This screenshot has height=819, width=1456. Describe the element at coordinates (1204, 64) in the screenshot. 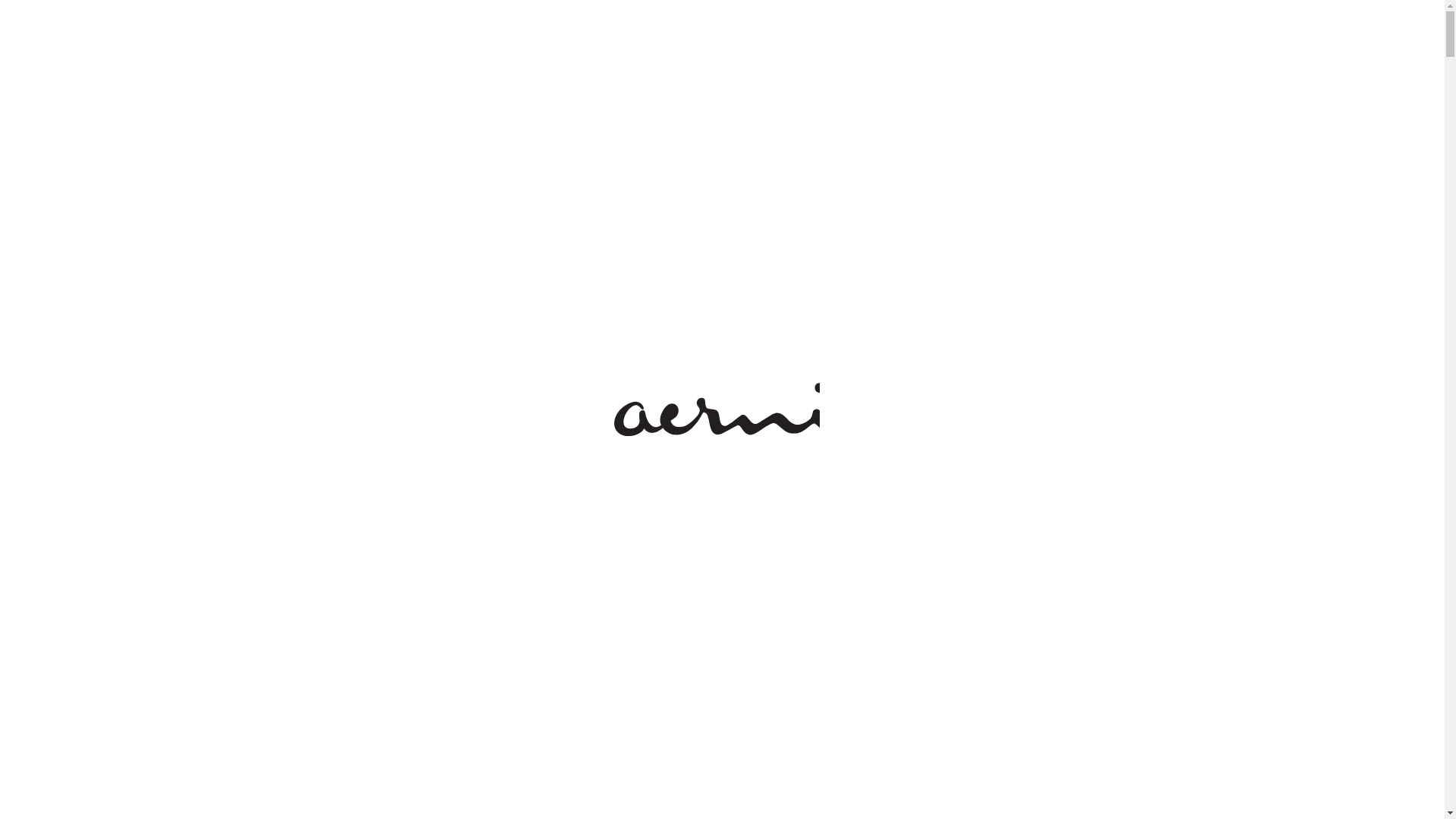

I see `'SPA'` at that location.